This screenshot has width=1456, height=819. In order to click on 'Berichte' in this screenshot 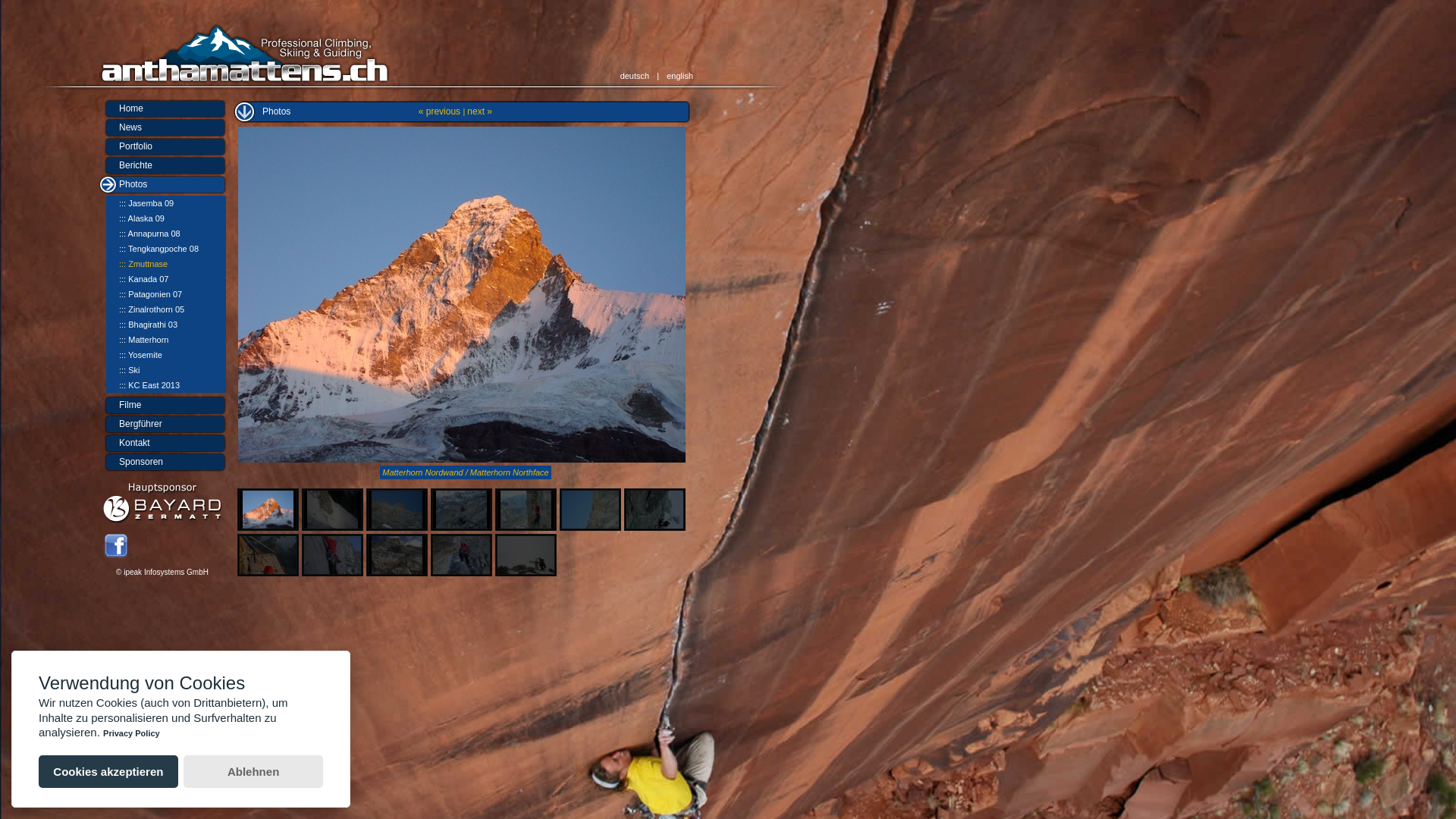, I will do `click(162, 165)`.